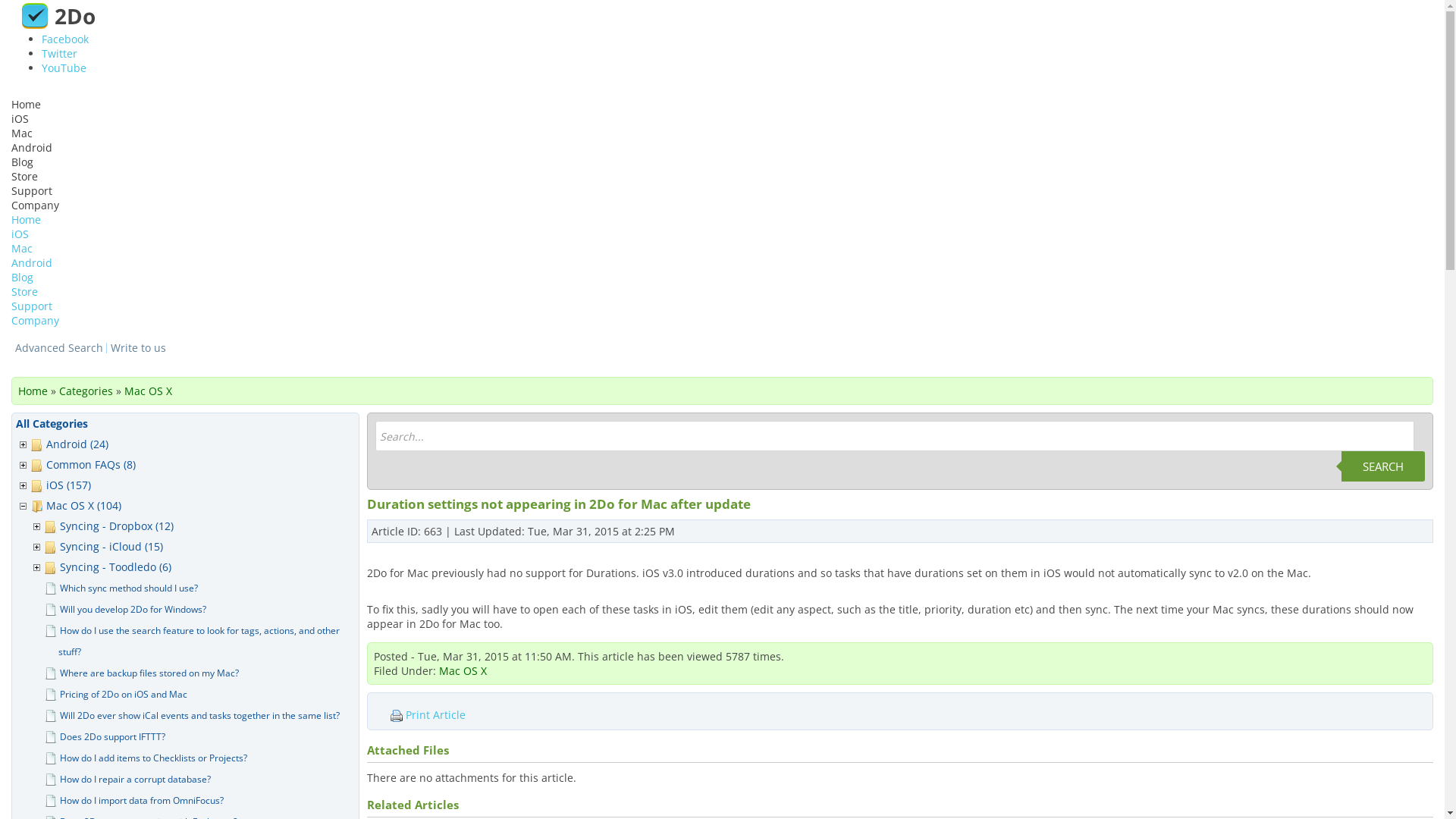 The width and height of the screenshot is (1456, 819). What do you see at coordinates (152, 672) in the screenshot?
I see `'Where are backup files stored on my Mac?'` at bounding box center [152, 672].